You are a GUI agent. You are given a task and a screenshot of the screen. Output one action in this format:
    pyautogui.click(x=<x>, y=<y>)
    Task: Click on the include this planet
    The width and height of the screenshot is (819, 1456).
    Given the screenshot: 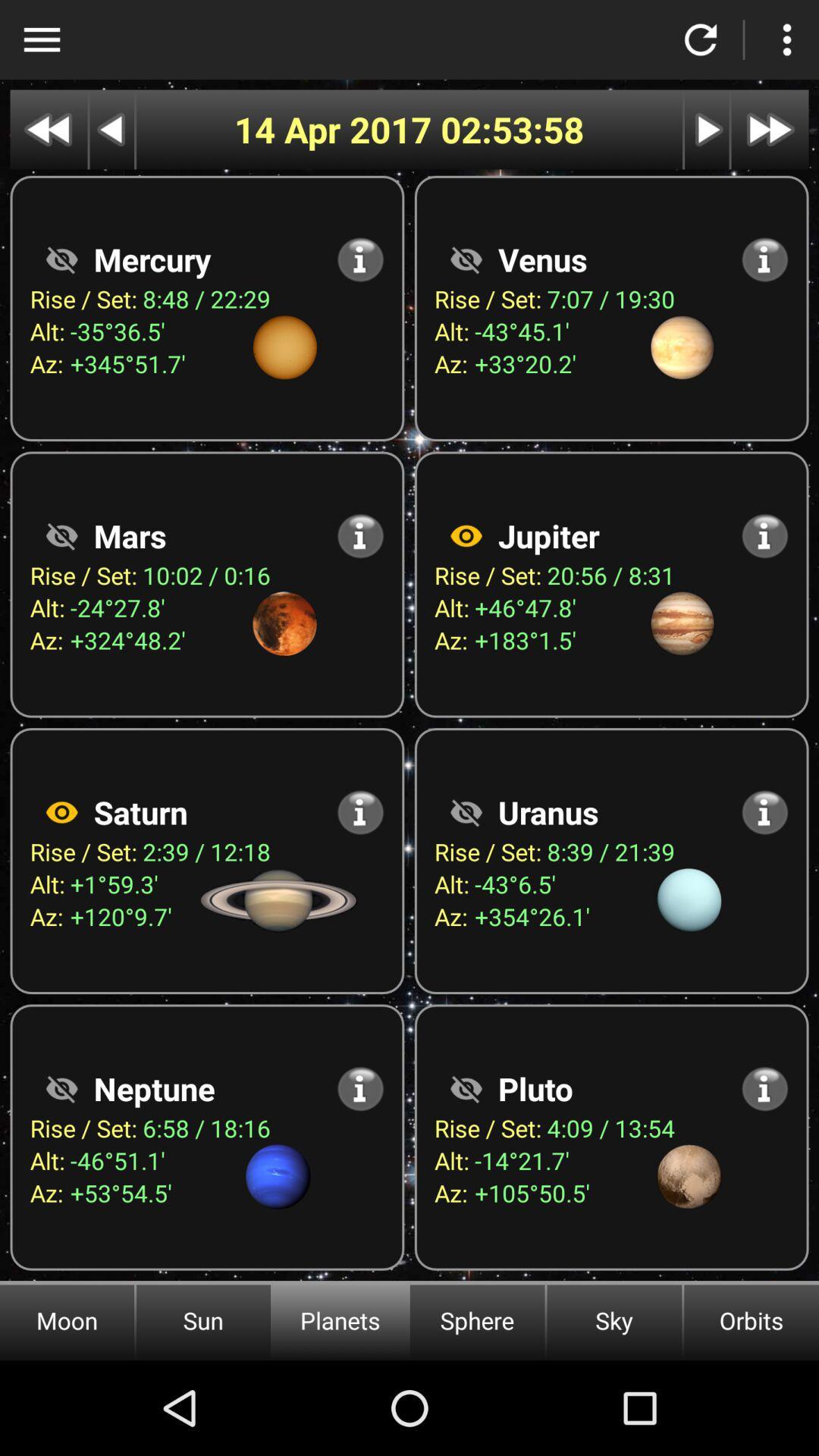 What is the action you would take?
    pyautogui.click(x=465, y=535)
    